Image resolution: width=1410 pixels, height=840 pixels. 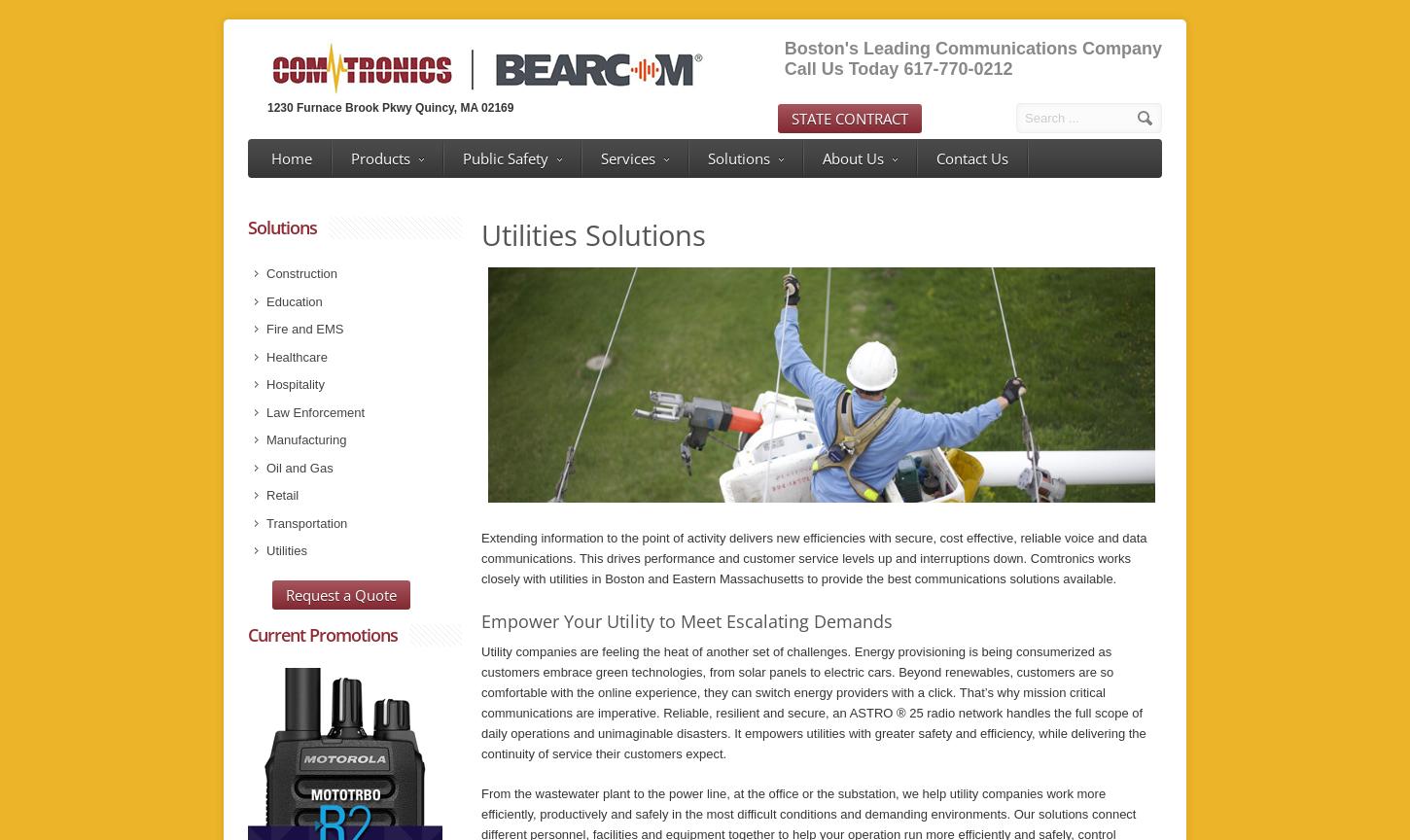 What do you see at coordinates (248, 227) in the screenshot?
I see `'Solutions'` at bounding box center [248, 227].